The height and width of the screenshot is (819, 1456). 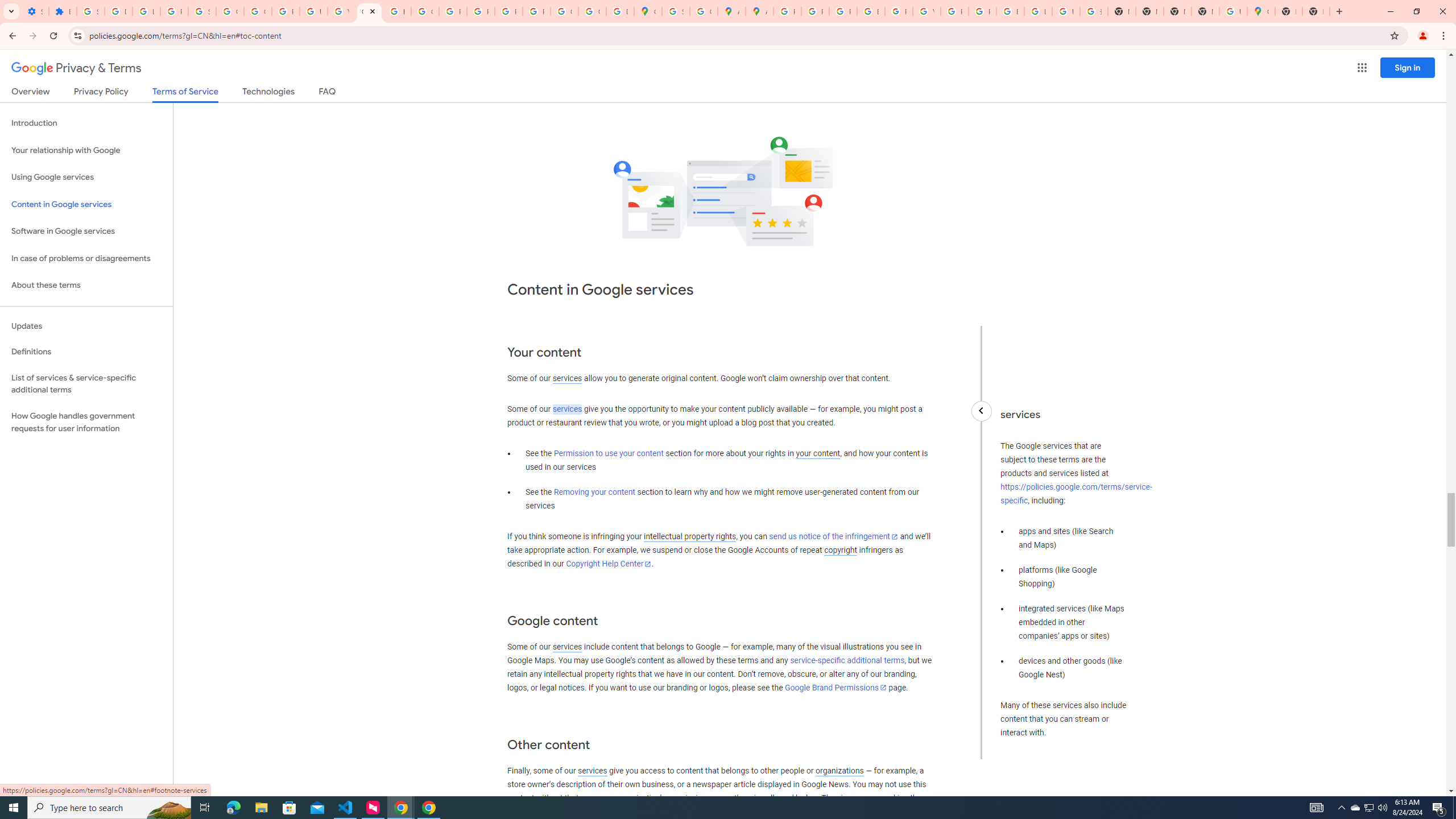 What do you see at coordinates (842, 11) in the screenshot?
I see `'Privacy Help Center - Policies Help'` at bounding box center [842, 11].